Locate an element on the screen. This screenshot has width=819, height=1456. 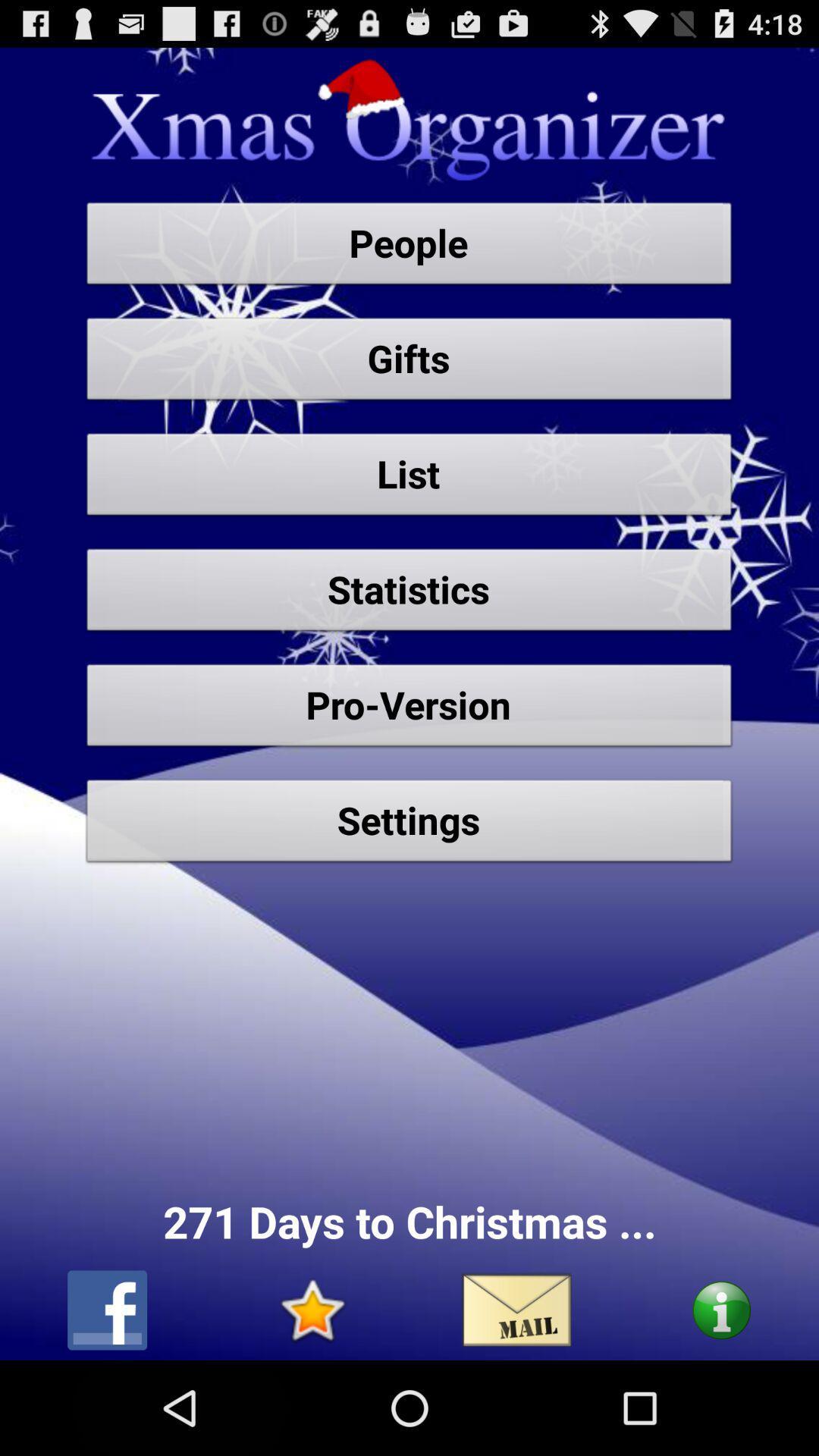
the info icon is located at coordinates (720, 1401).